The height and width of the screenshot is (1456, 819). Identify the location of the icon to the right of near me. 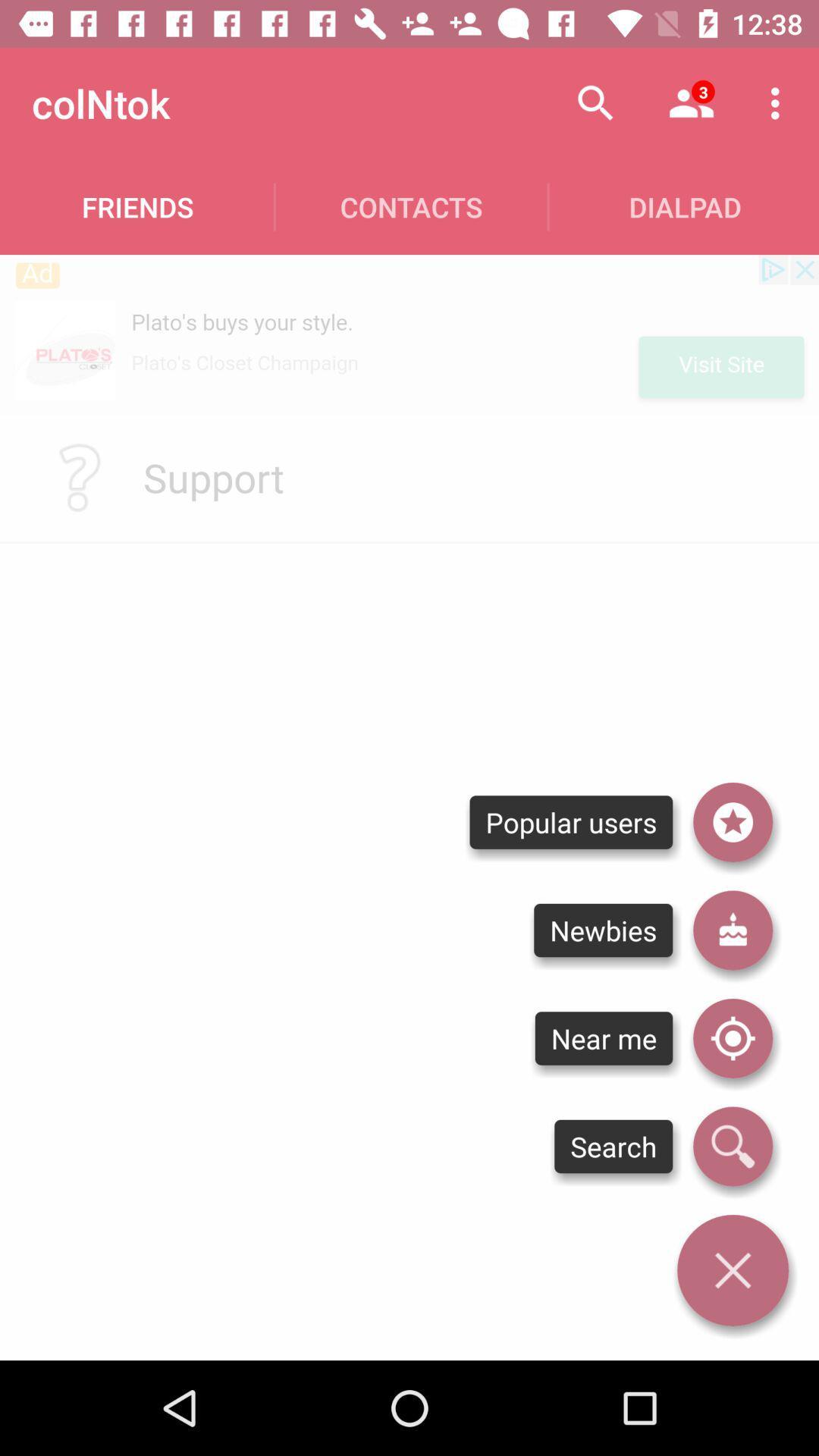
(732, 1147).